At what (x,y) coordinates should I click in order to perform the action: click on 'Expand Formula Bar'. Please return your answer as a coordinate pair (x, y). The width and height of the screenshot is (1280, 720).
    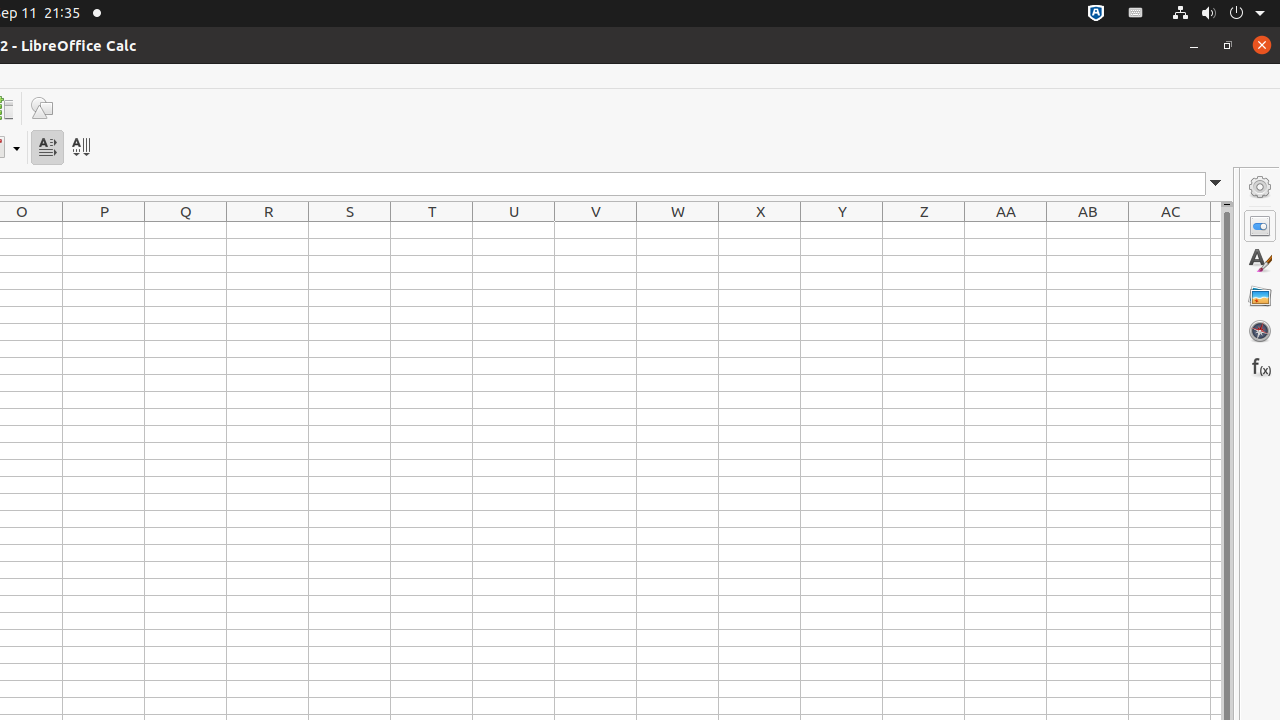
    Looking at the image, I should click on (1215, 184).